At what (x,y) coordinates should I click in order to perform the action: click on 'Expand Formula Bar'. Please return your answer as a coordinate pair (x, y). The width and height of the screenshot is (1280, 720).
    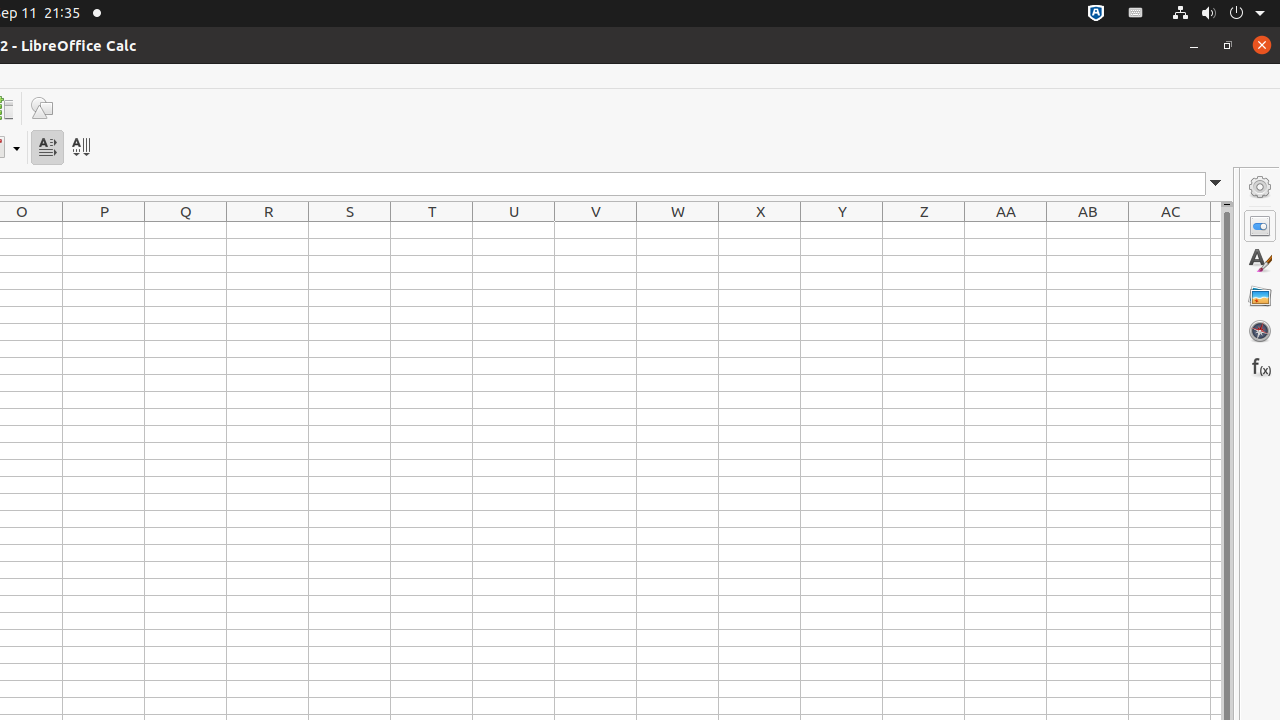
    Looking at the image, I should click on (1215, 184).